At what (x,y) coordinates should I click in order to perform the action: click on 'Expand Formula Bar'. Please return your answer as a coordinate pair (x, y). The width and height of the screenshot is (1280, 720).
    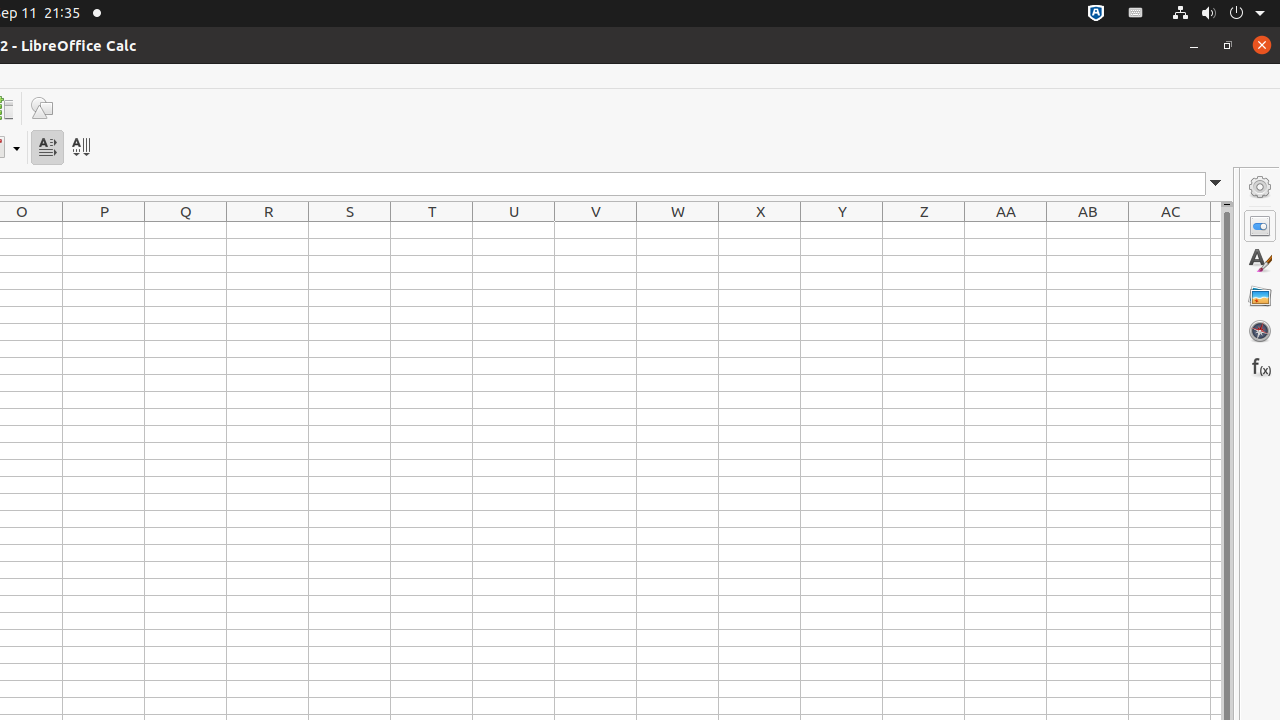
    Looking at the image, I should click on (1215, 184).